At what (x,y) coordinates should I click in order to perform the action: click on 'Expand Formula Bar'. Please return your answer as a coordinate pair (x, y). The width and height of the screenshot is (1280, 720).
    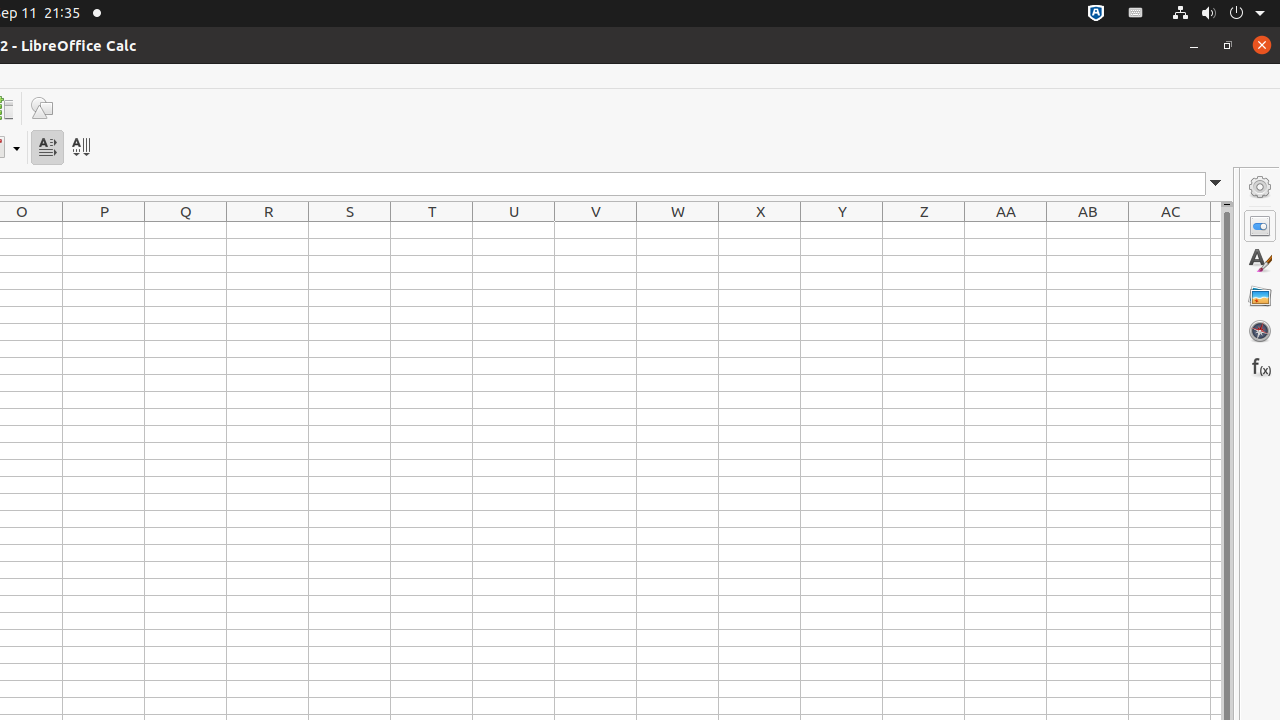
    Looking at the image, I should click on (1215, 184).